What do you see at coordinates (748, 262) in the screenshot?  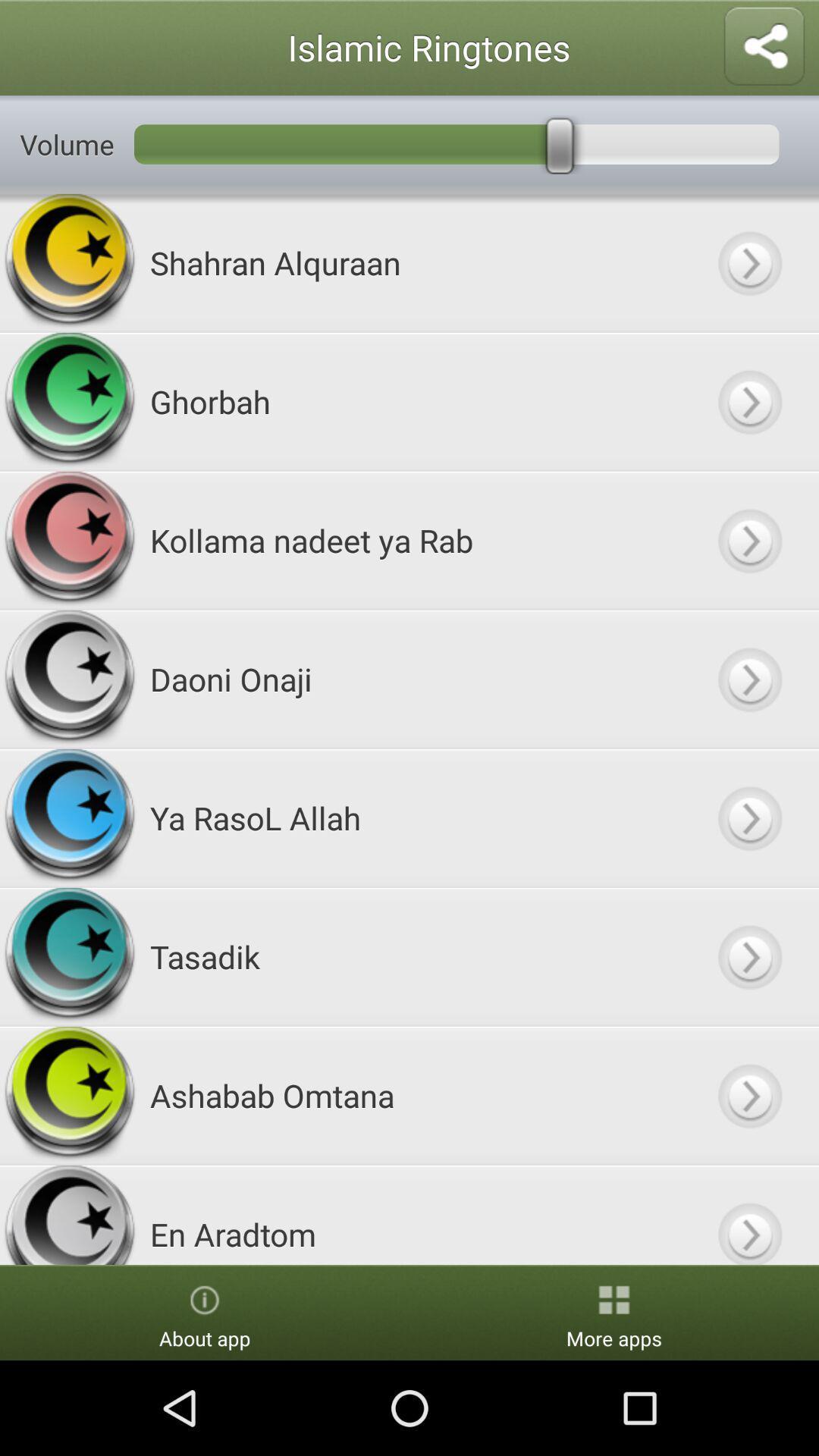 I see `switch` at bounding box center [748, 262].